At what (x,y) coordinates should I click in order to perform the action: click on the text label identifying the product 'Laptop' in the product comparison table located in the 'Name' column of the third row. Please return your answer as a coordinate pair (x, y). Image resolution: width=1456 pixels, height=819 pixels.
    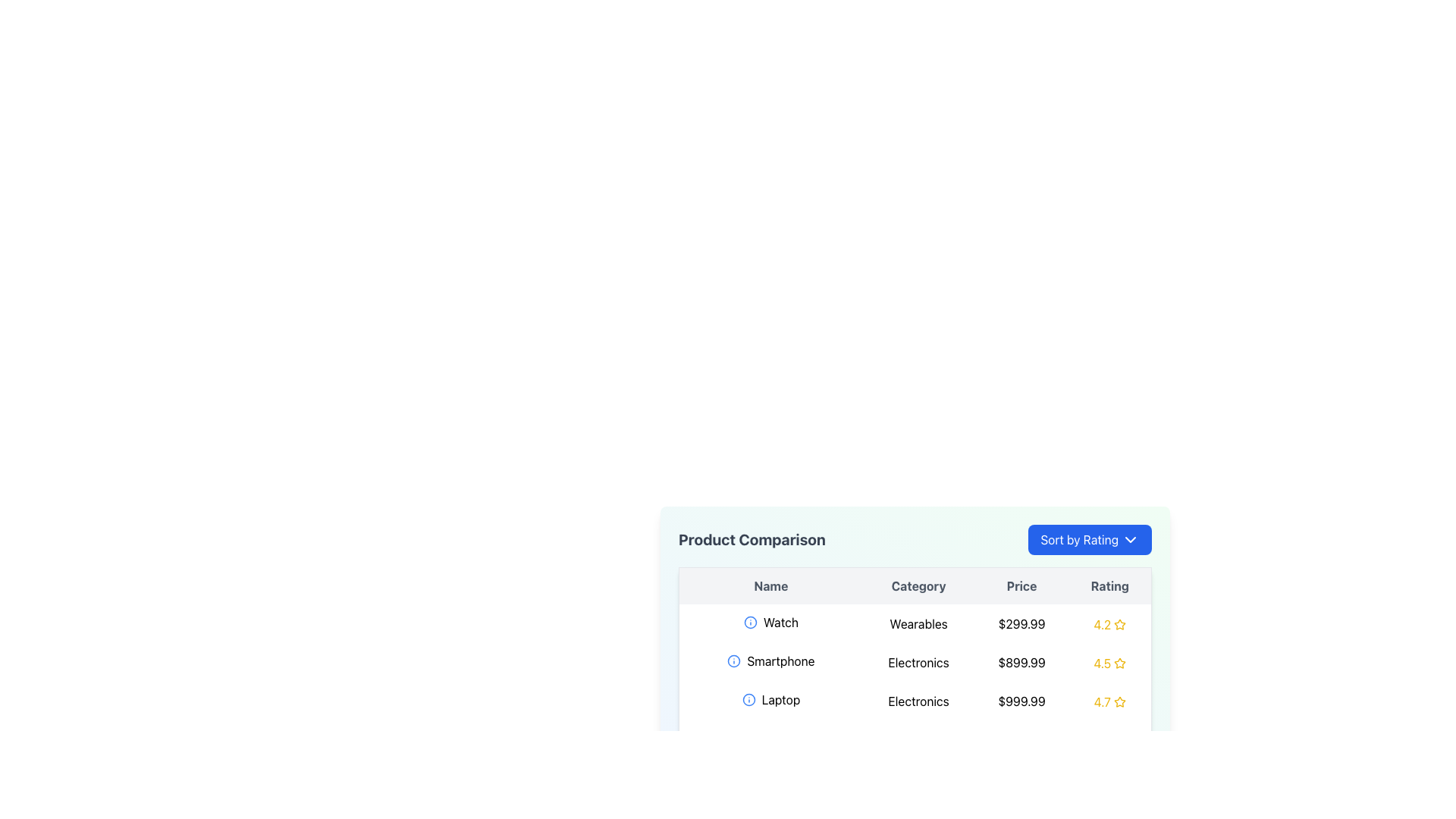
    Looking at the image, I should click on (770, 699).